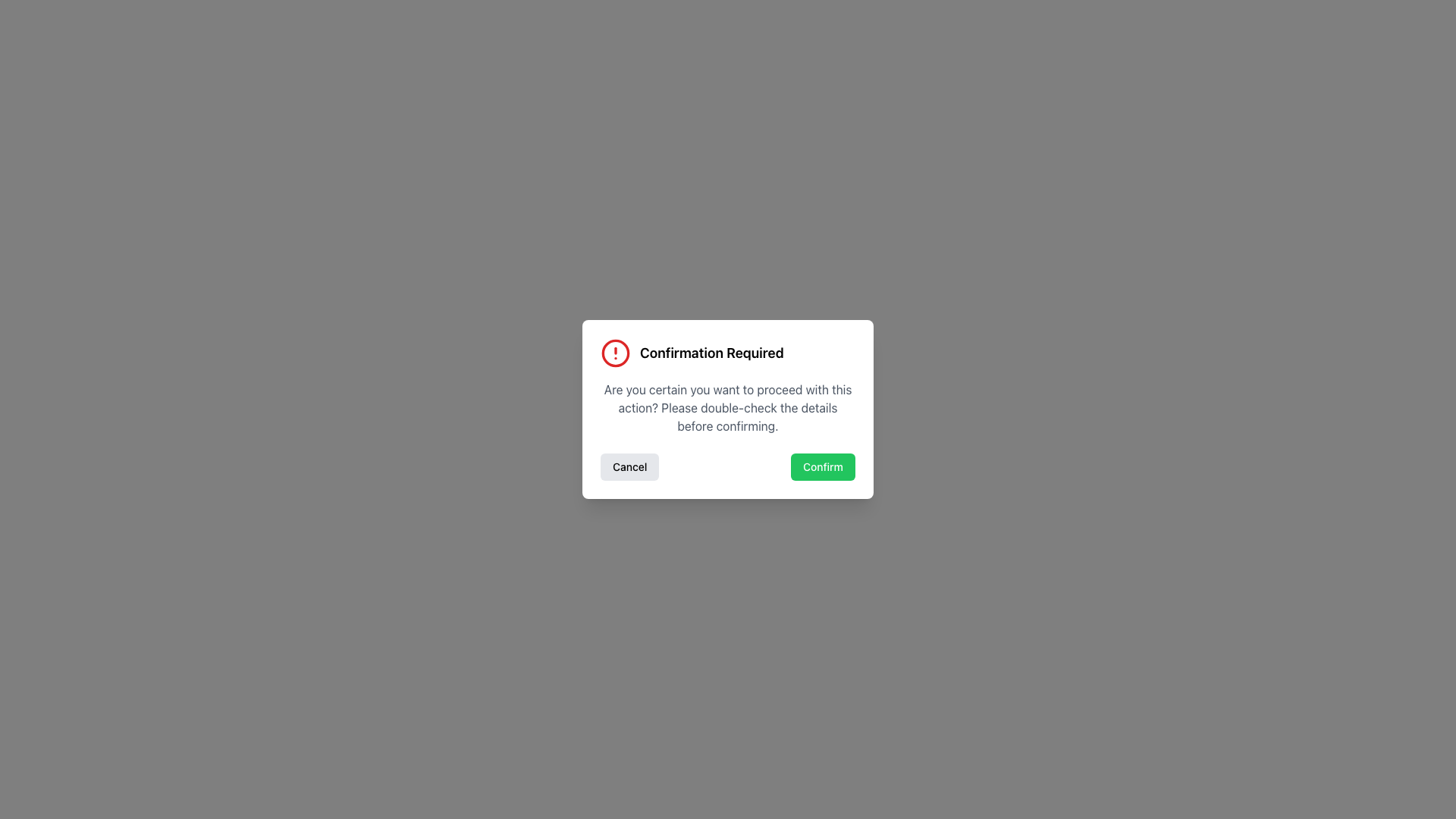 This screenshot has height=819, width=1456. Describe the element at coordinates (822, 466) in the screenshot. I see `the green rectangular 'Confirm' button with rounded corners located at the bottom-right of the modal window to confirm the action` at that location.